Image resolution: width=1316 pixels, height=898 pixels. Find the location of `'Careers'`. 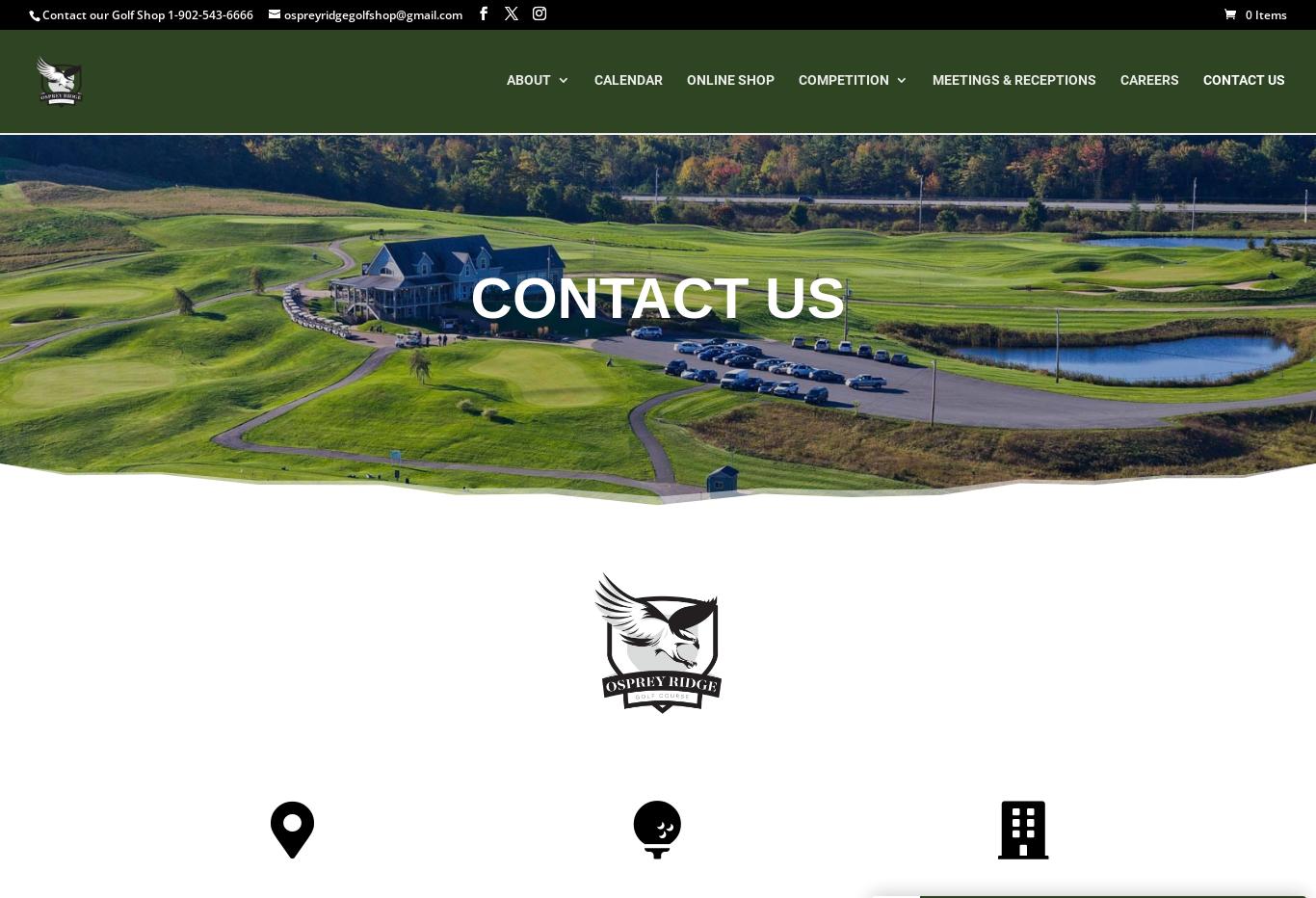

'Careers' is located at coordinates (1149, 83).